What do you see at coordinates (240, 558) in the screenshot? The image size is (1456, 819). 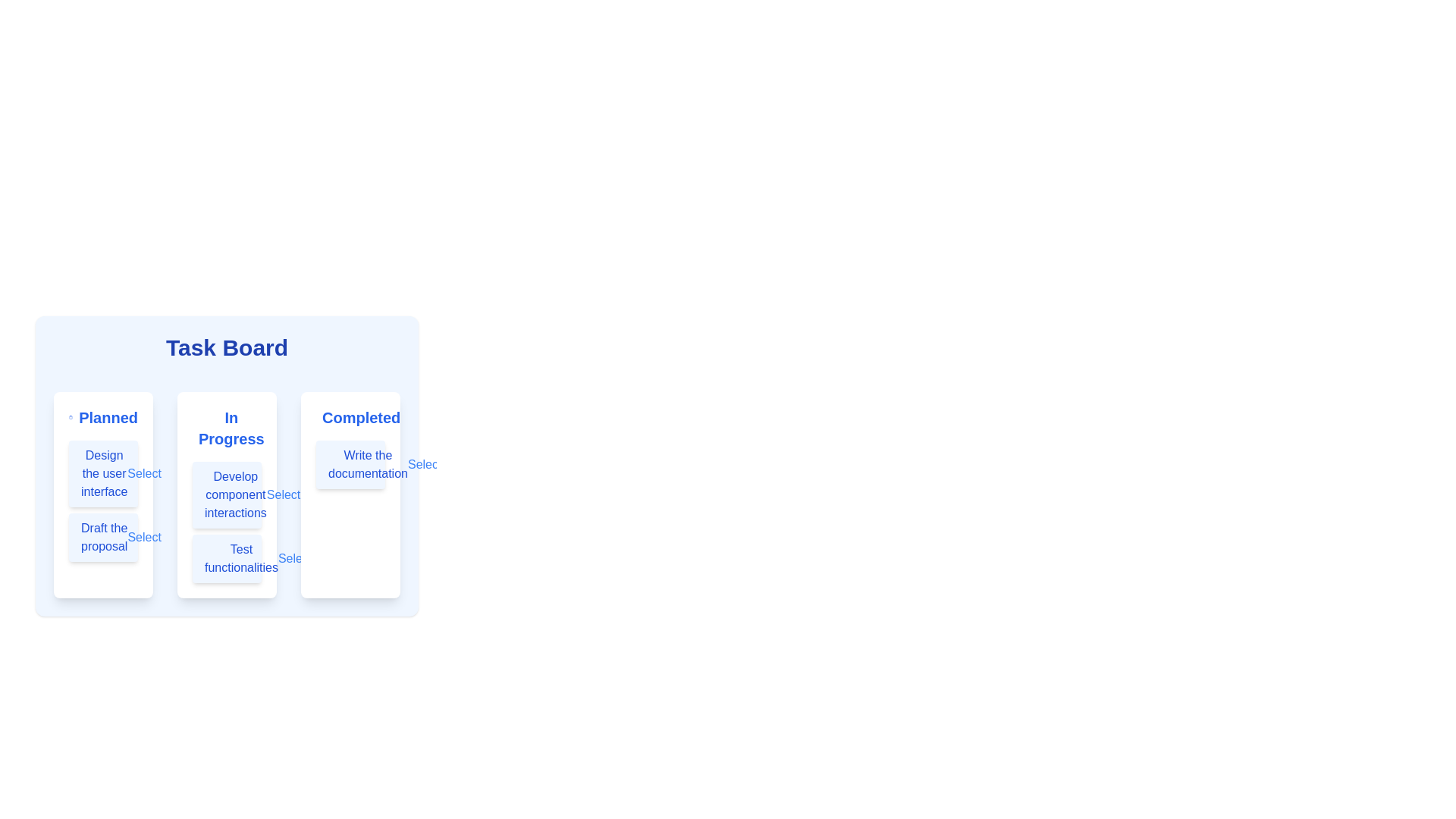 I see `text label displaying 'Test functionalities' located under the 'In Progress' column, positioned relative to the 'Select' text` at bounding box center [240, 558].